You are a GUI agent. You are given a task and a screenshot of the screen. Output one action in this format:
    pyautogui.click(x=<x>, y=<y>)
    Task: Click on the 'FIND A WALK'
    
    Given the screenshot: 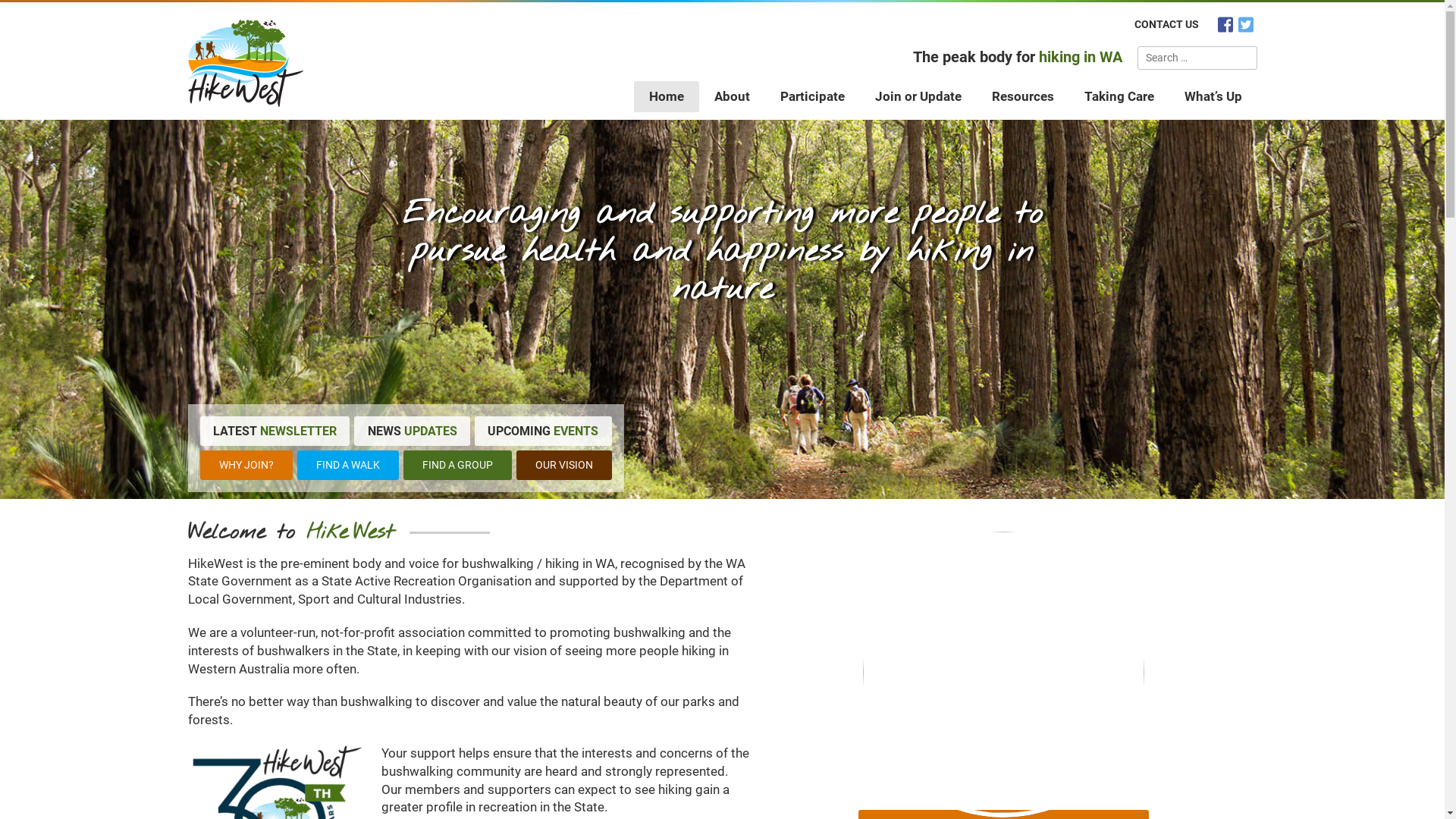 What is the action you would take?
    pyautogui.click(x=347, y=464)
    